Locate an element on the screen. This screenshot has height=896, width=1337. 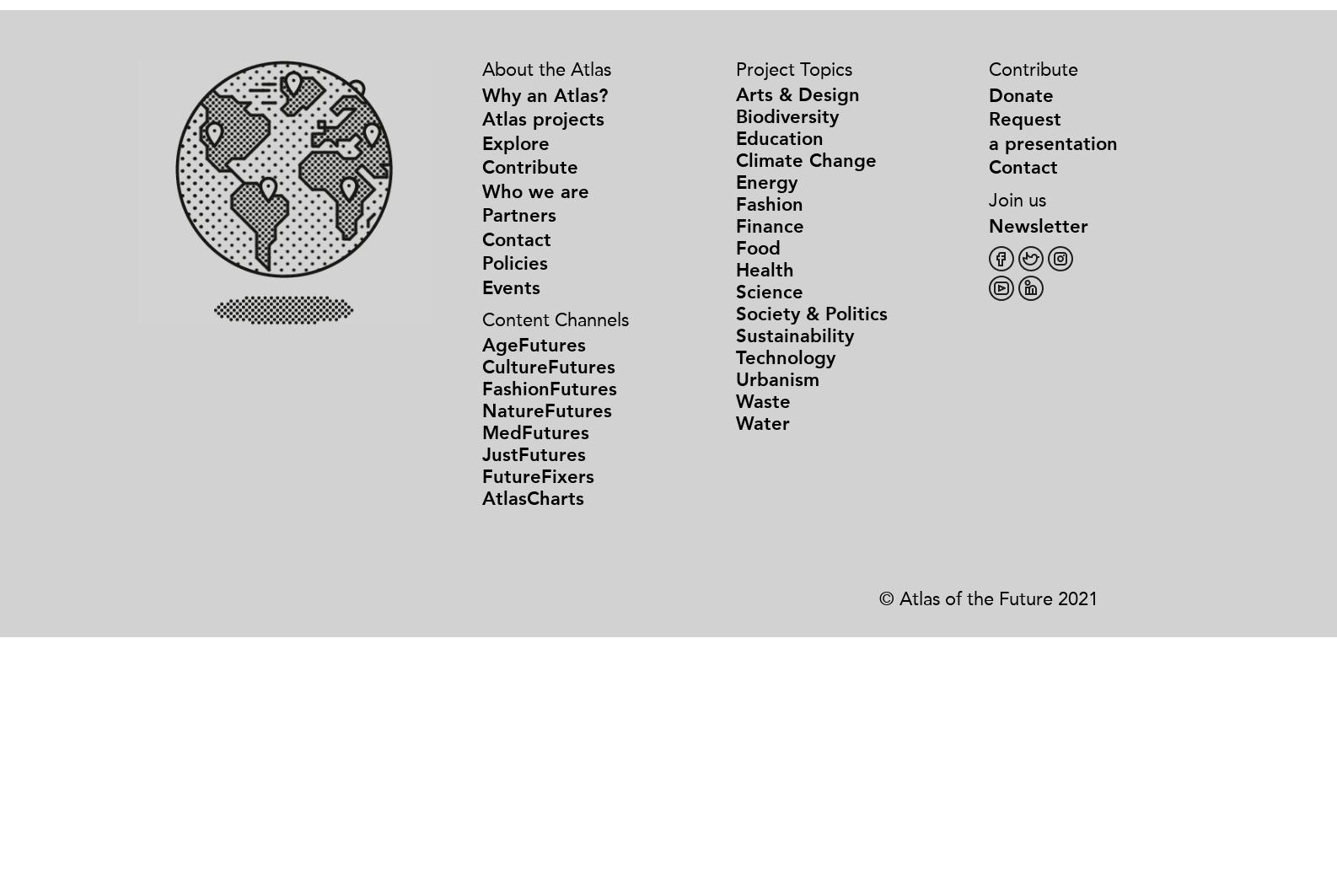
'AgeFutures' is located at coordinates (533, 345).